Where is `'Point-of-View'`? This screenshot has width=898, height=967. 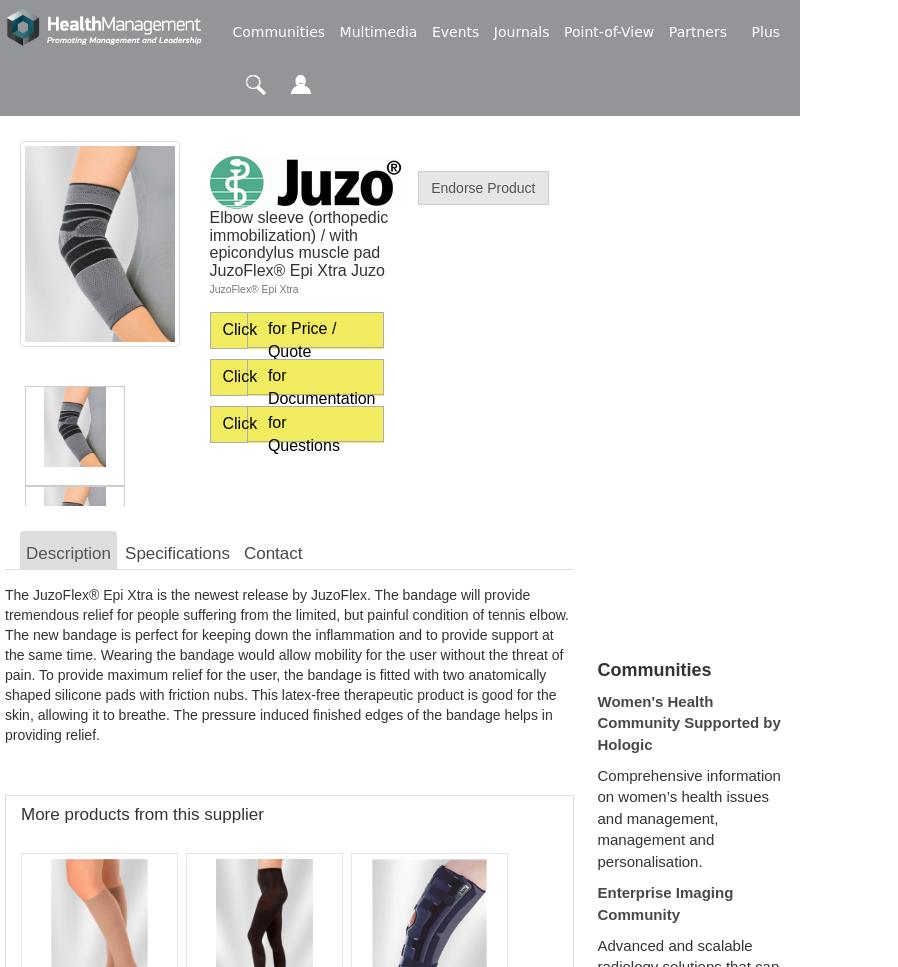
'Point-of-View' is located at coordinates (608, 32).